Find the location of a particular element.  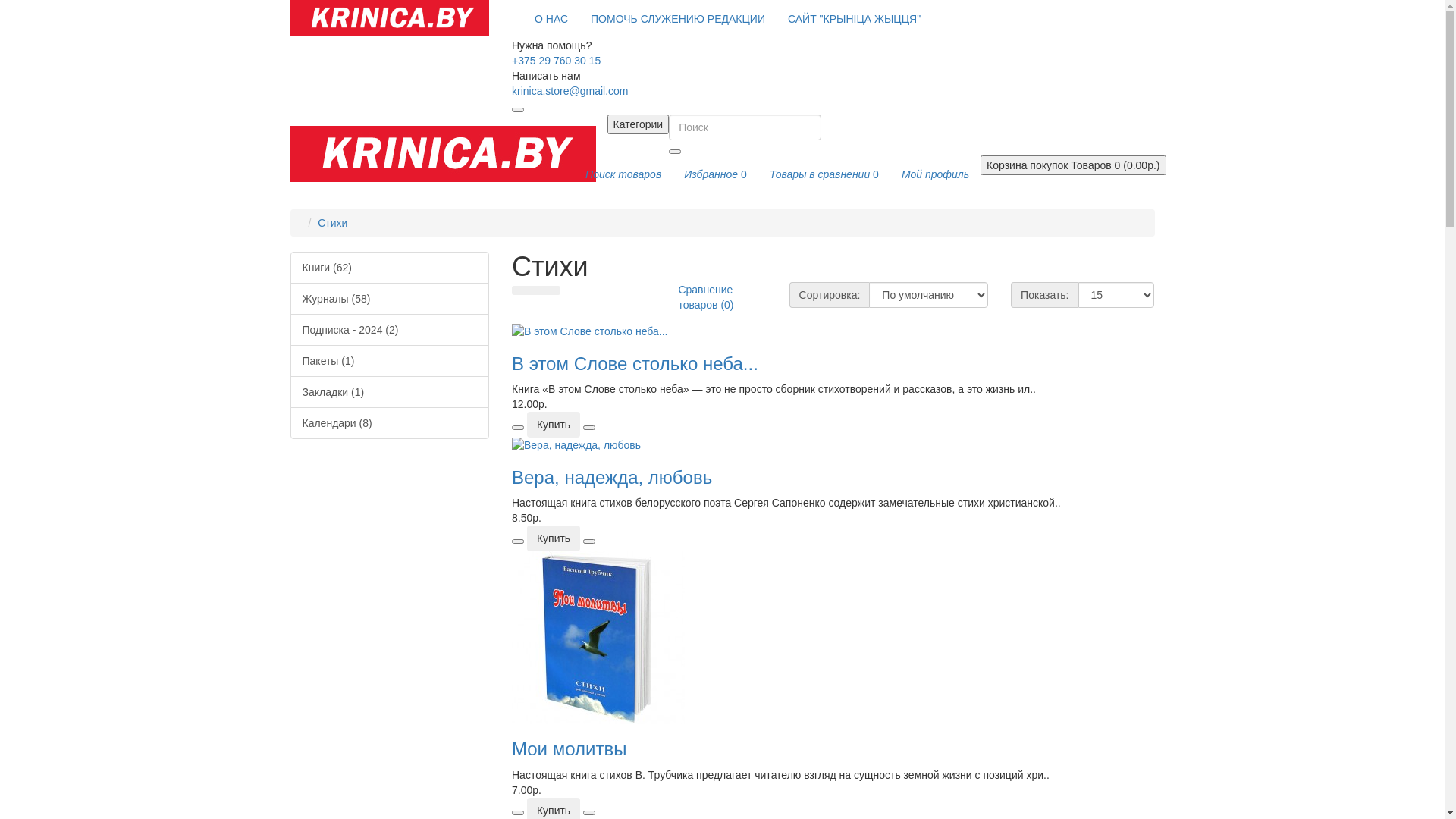

'krinica.store@gmail.com' is located at coordinates (569, 90).